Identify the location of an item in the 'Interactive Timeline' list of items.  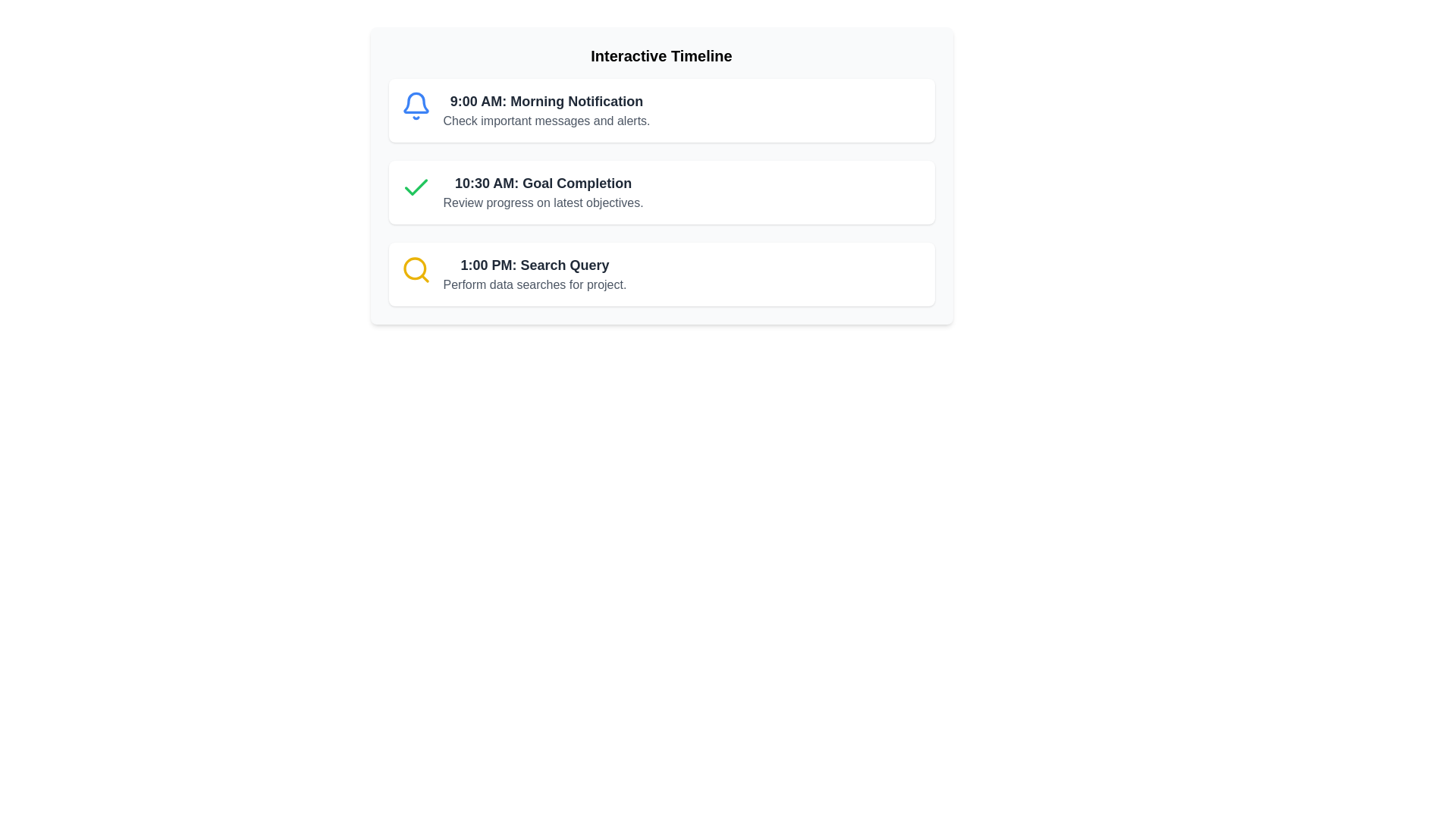
(661, 192).